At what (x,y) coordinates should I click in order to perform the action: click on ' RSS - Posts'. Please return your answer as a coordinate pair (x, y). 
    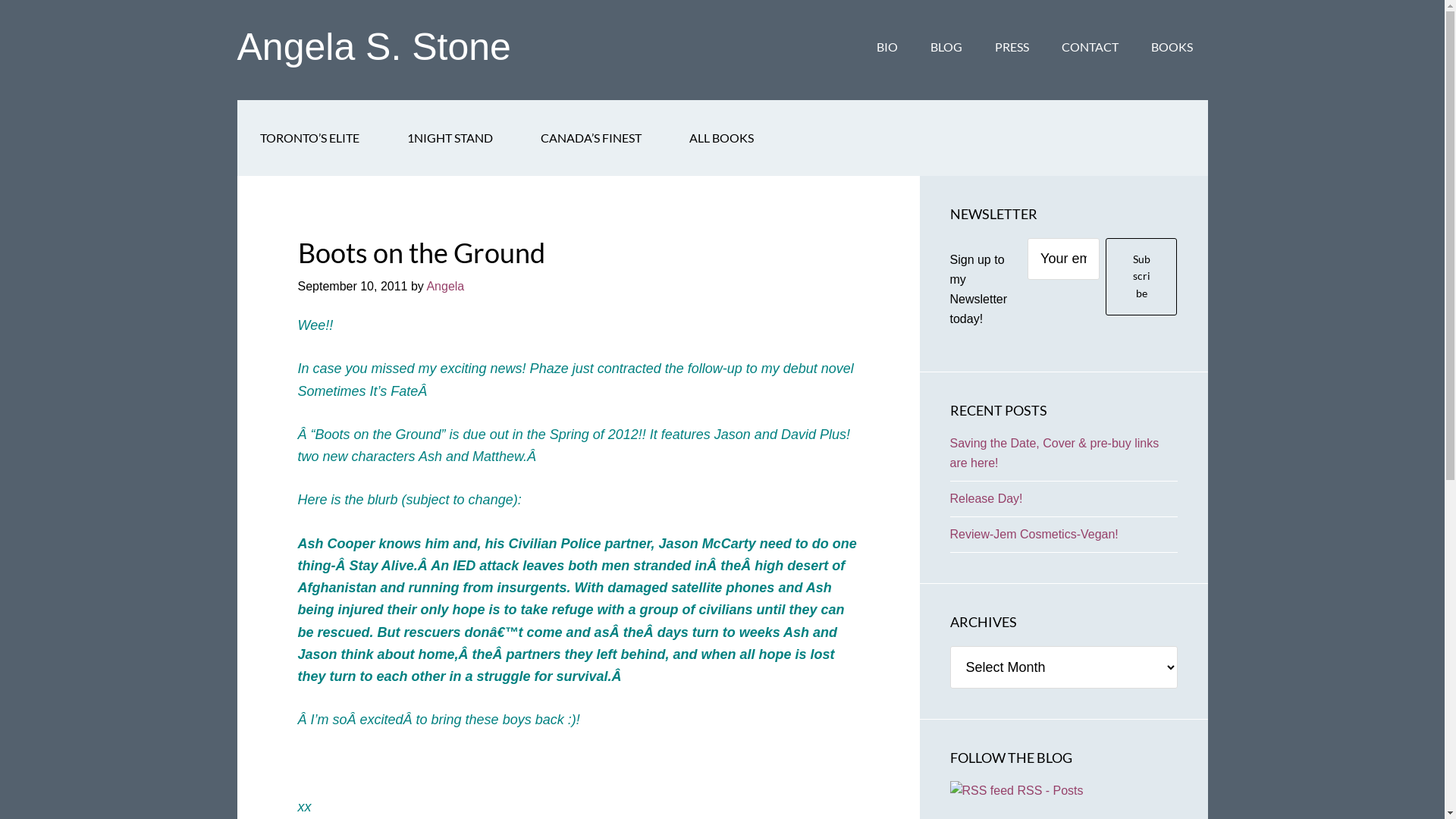
    Looking at the image, I should click on (1015, 789).